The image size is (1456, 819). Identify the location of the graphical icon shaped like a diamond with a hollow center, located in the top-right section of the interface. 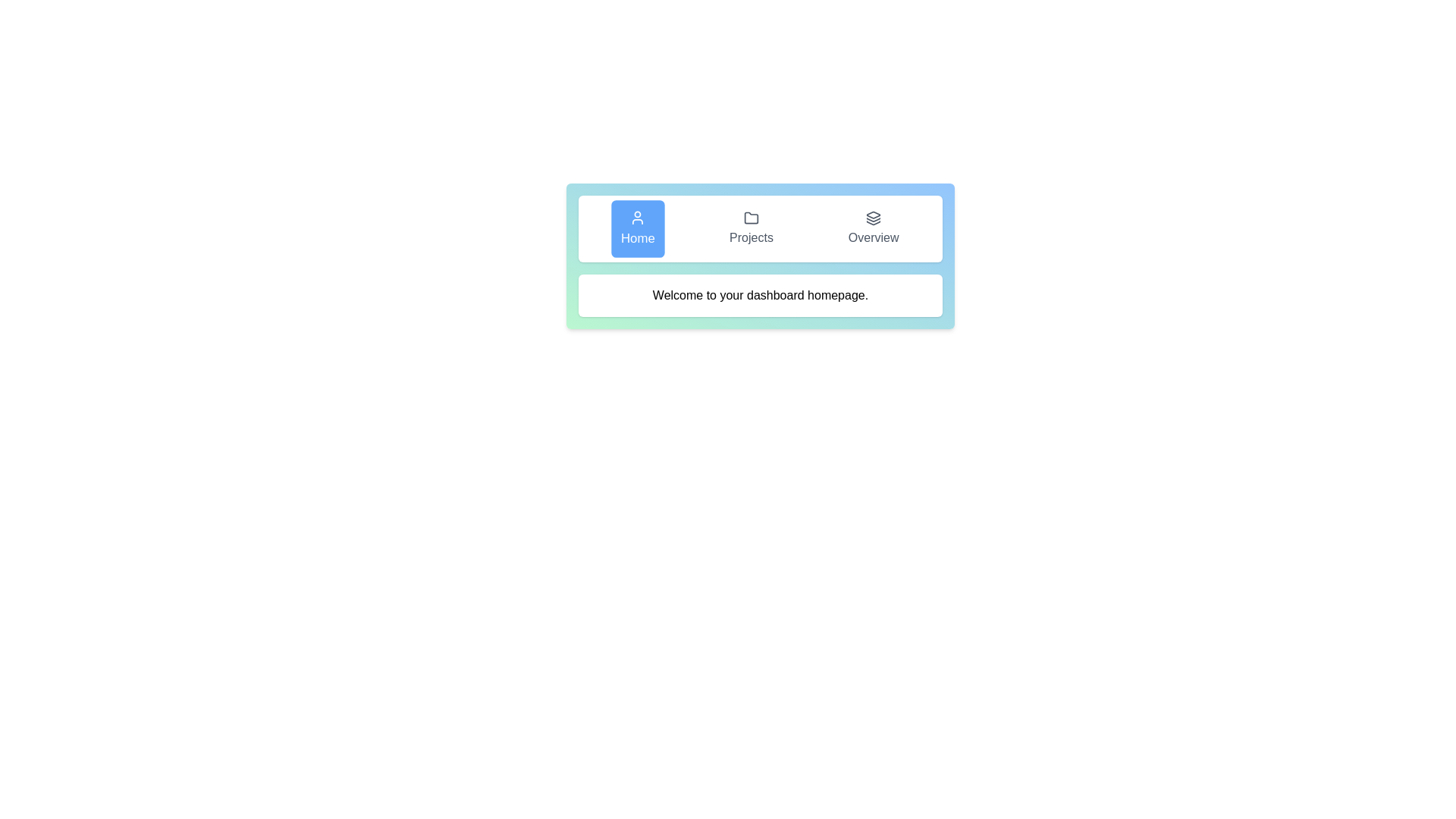
(874, 215).